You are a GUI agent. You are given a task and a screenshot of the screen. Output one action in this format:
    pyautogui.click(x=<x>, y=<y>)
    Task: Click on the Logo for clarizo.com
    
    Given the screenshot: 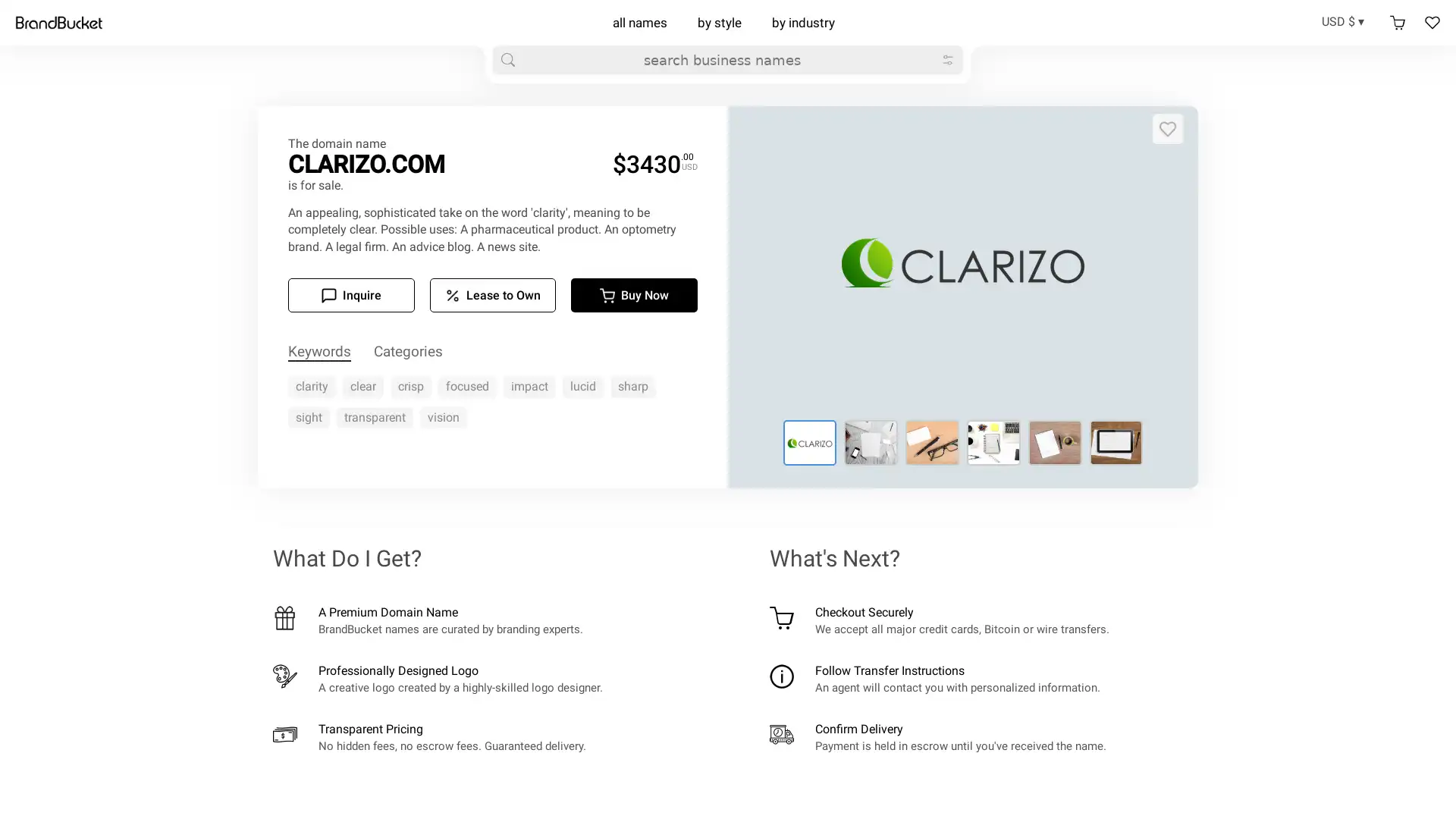 What is the action you would take?
    pyautogui.click(x=993, y=442)
    